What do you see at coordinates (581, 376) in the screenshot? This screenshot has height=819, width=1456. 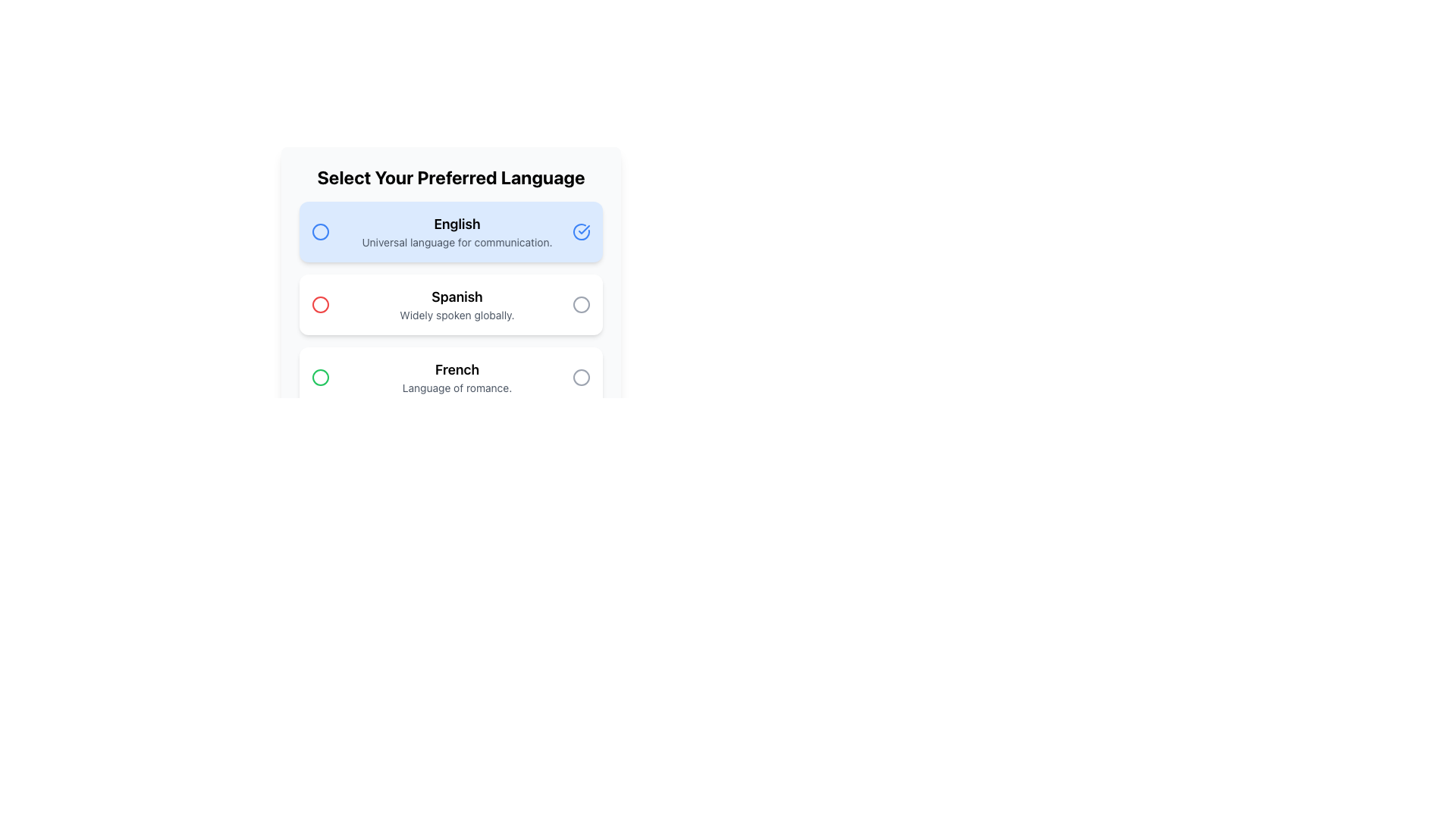 I see `the circular icon indicating the 'French' language selection, which is located at the bottom of the language options list` at bounding box center [581, 376].